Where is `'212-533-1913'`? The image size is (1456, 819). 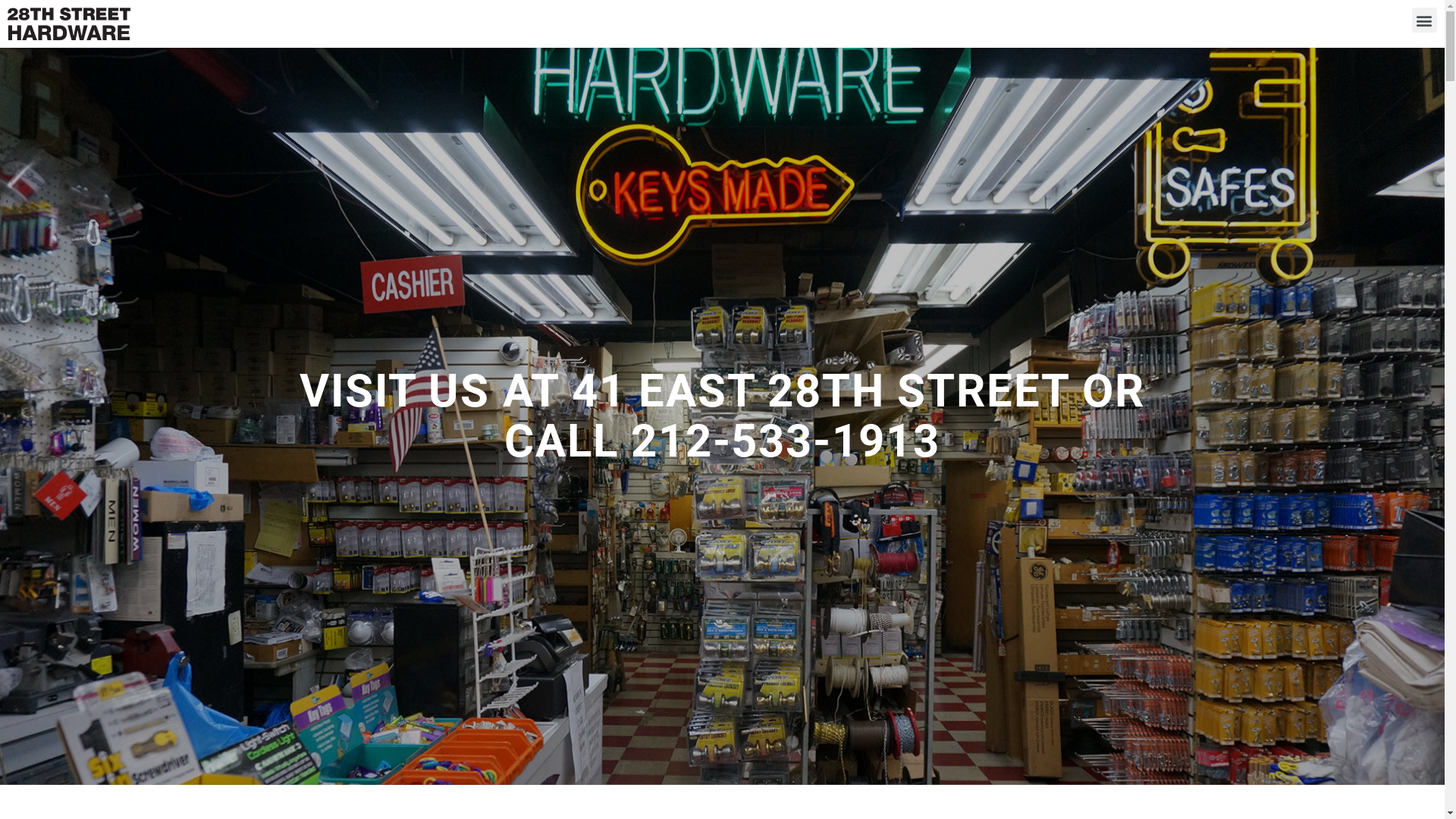
'212-533-1913' is located at coordinates (786, 441).